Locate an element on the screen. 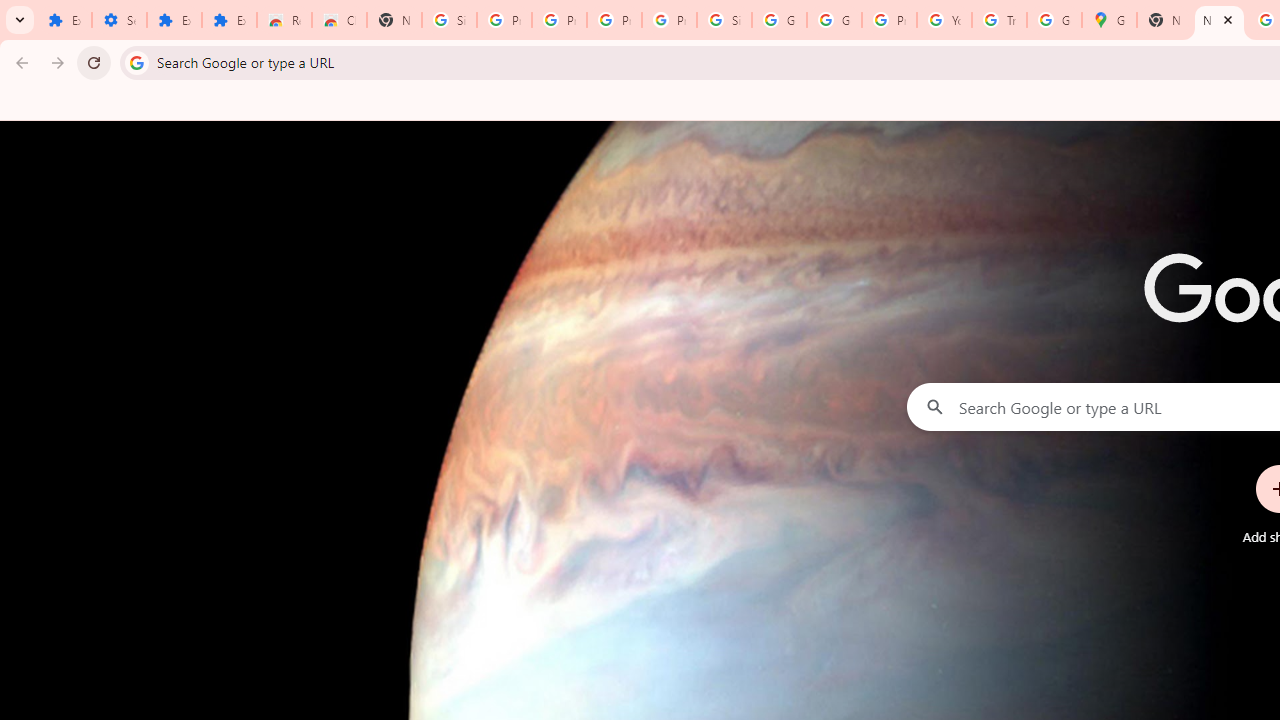 This screenshot has height=720, width=1280. 'Sign in - Google Accounts' is located at coordinates (448, 20).